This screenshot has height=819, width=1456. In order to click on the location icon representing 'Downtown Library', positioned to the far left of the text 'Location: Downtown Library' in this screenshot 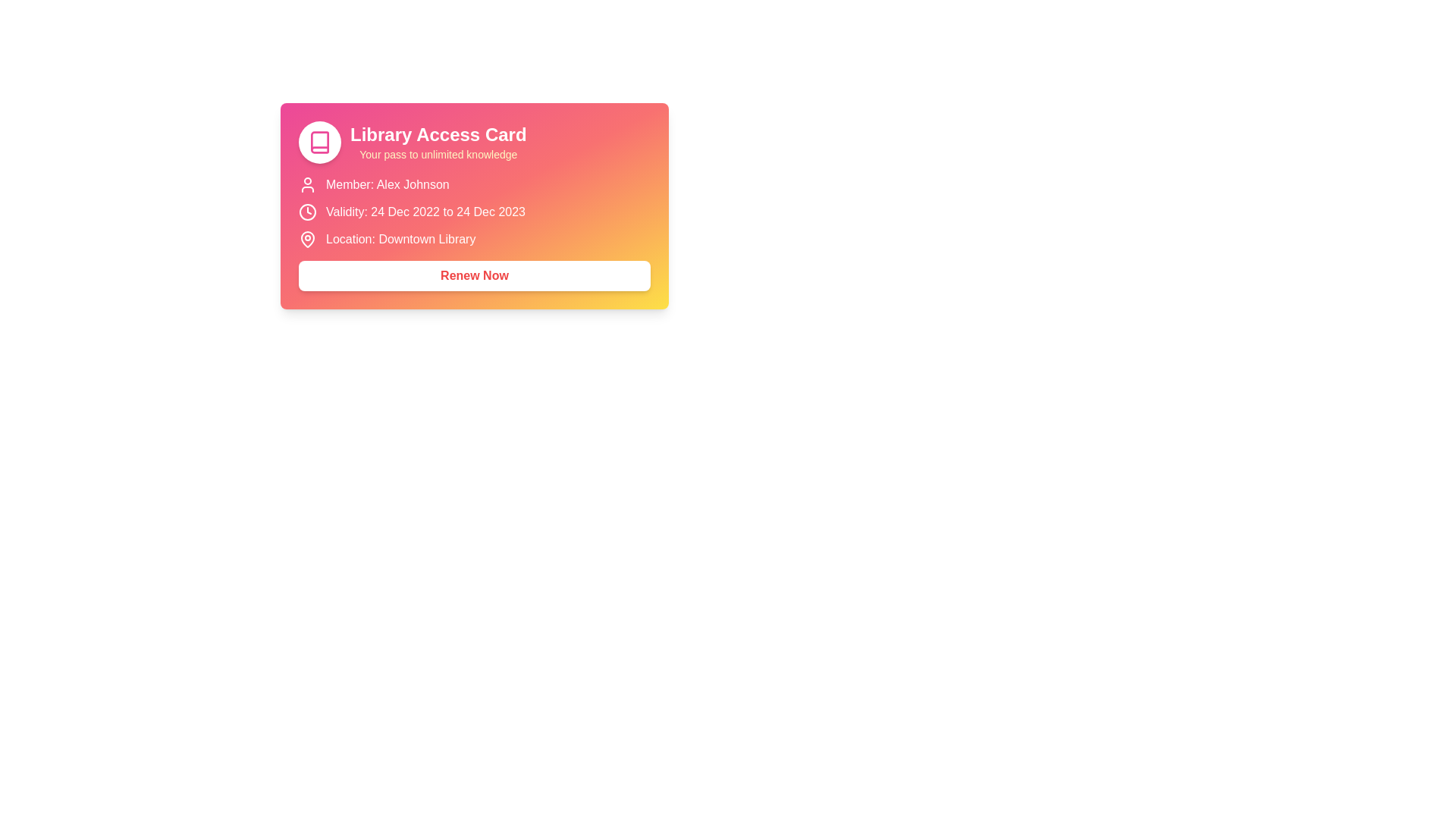, I will do `click(307, 239)`.